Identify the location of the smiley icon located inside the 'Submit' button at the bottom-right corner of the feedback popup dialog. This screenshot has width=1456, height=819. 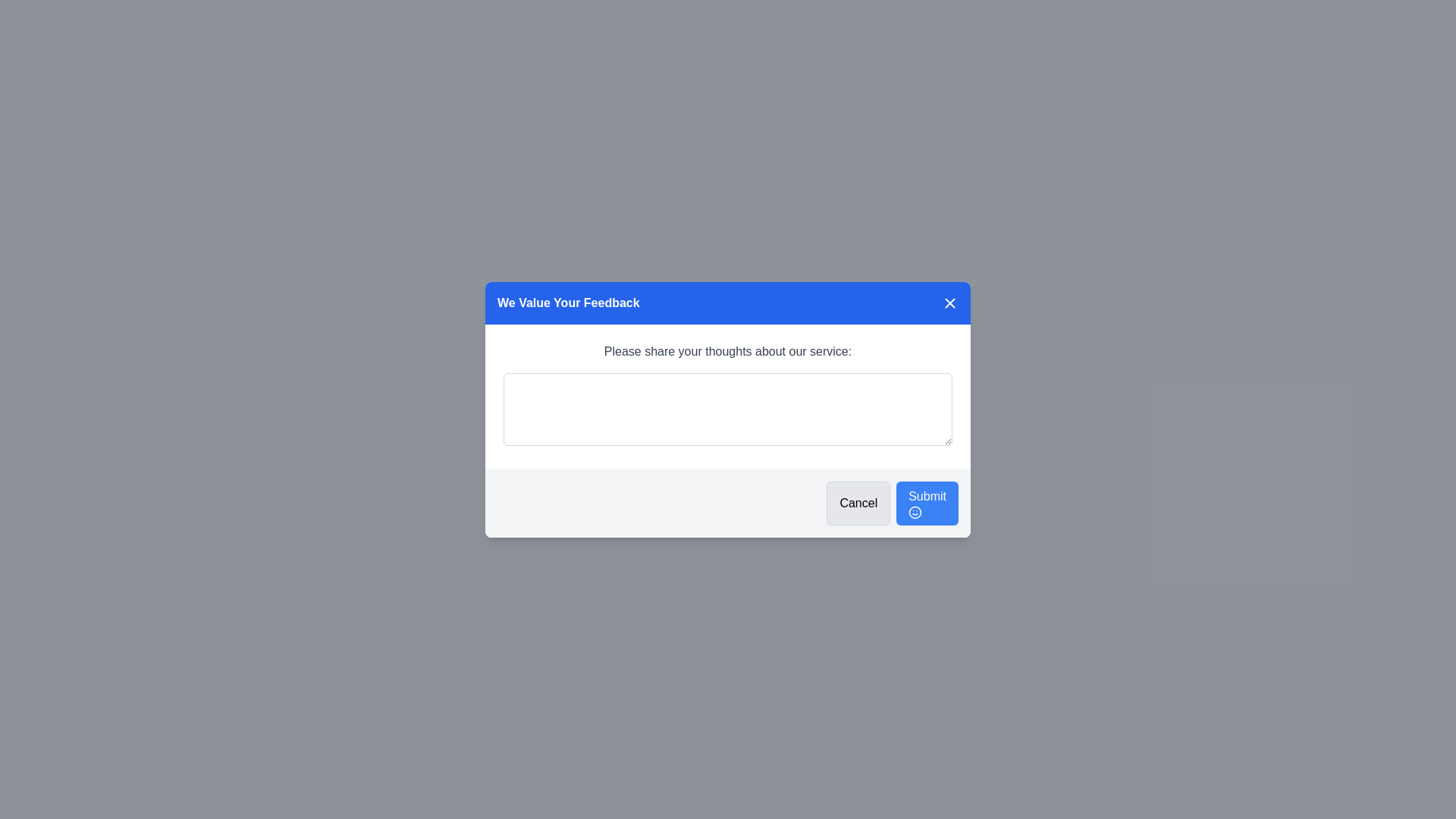
(915, 512).